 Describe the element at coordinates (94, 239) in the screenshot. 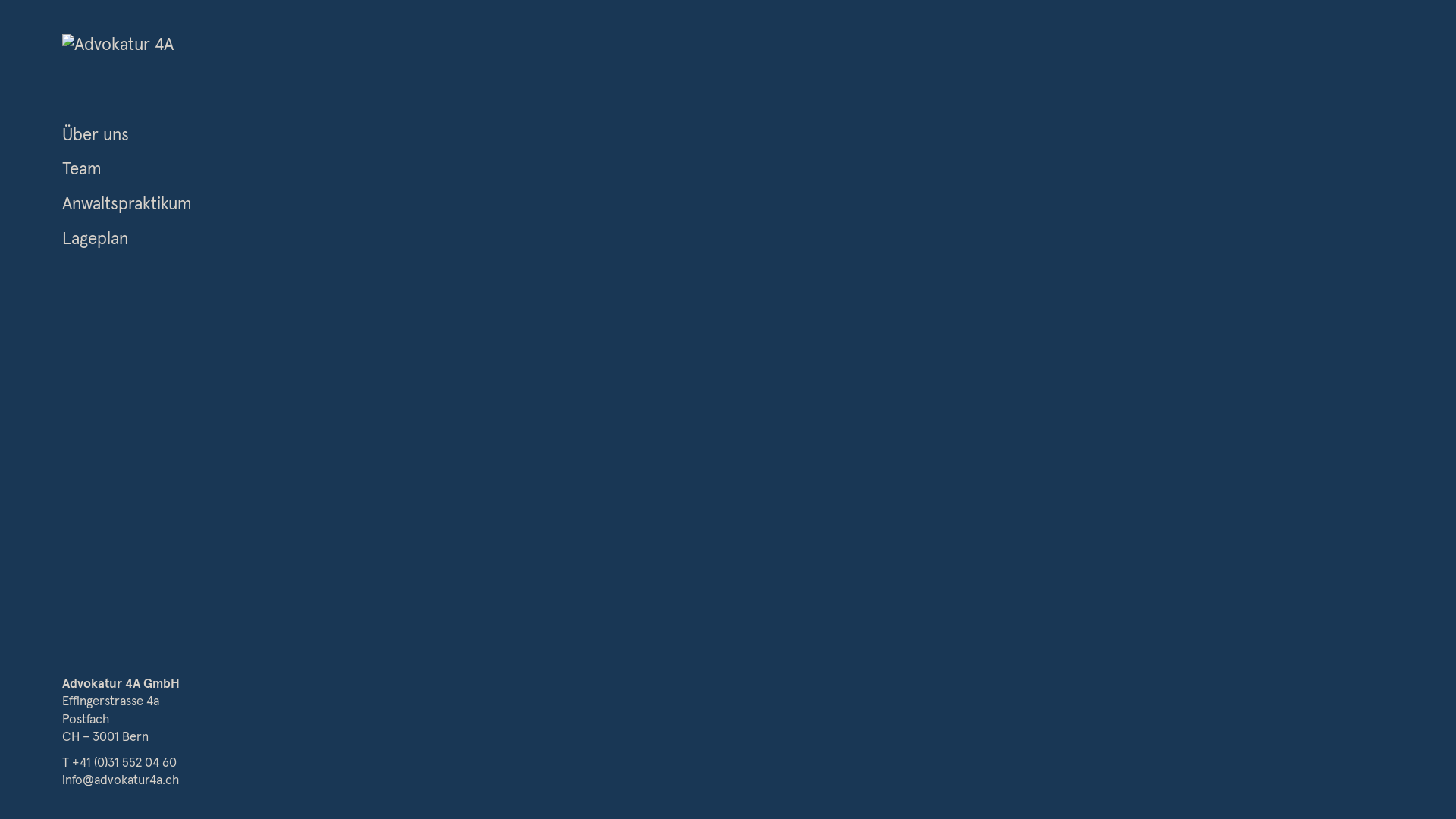

I see `'Lageplan'` at that location.